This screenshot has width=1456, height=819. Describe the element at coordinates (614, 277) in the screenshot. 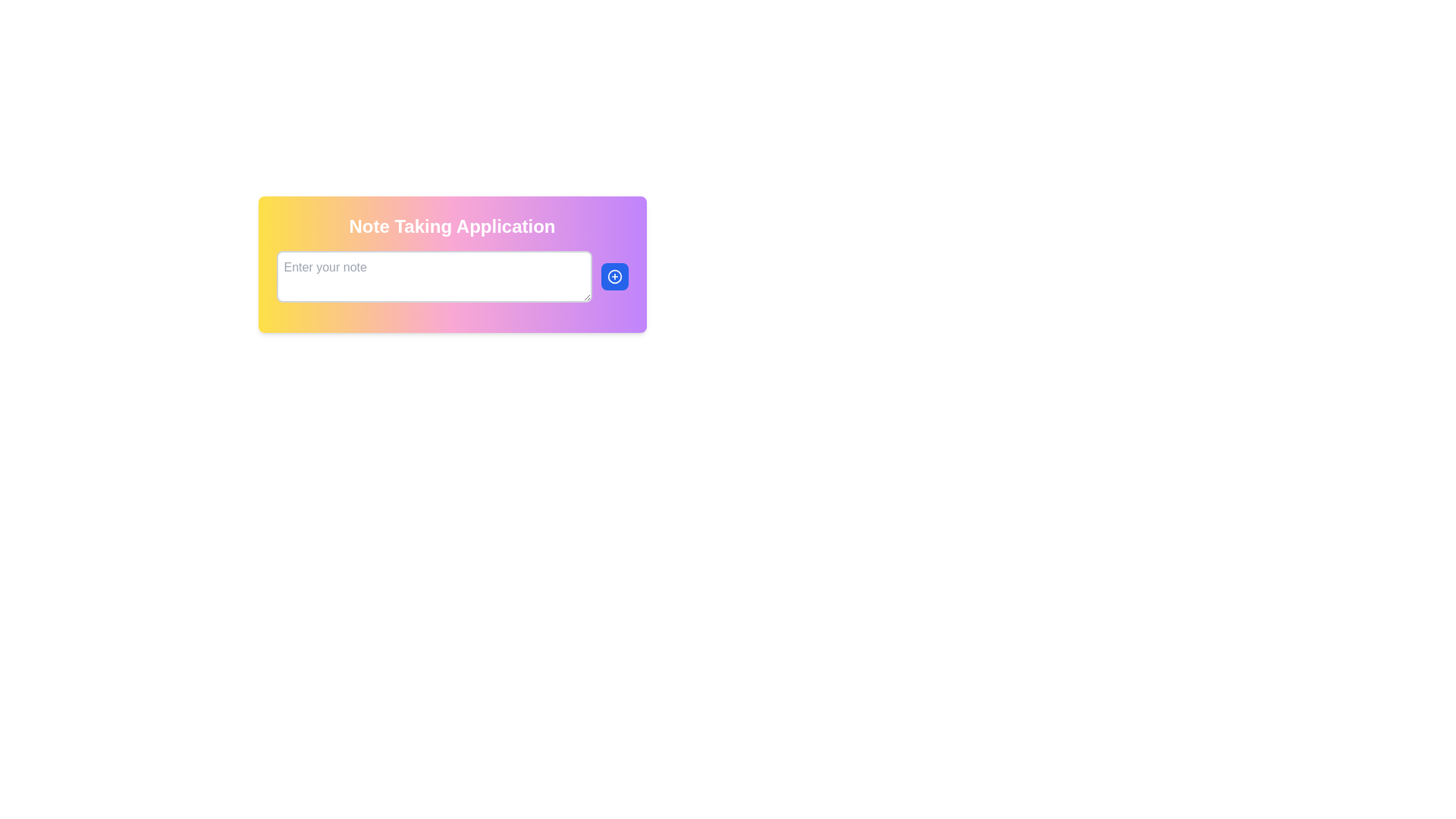

I see `the button with a blue background and a white circular plus icon, located to the right of the 'Enter your note' text input box, to change its color` at that location.